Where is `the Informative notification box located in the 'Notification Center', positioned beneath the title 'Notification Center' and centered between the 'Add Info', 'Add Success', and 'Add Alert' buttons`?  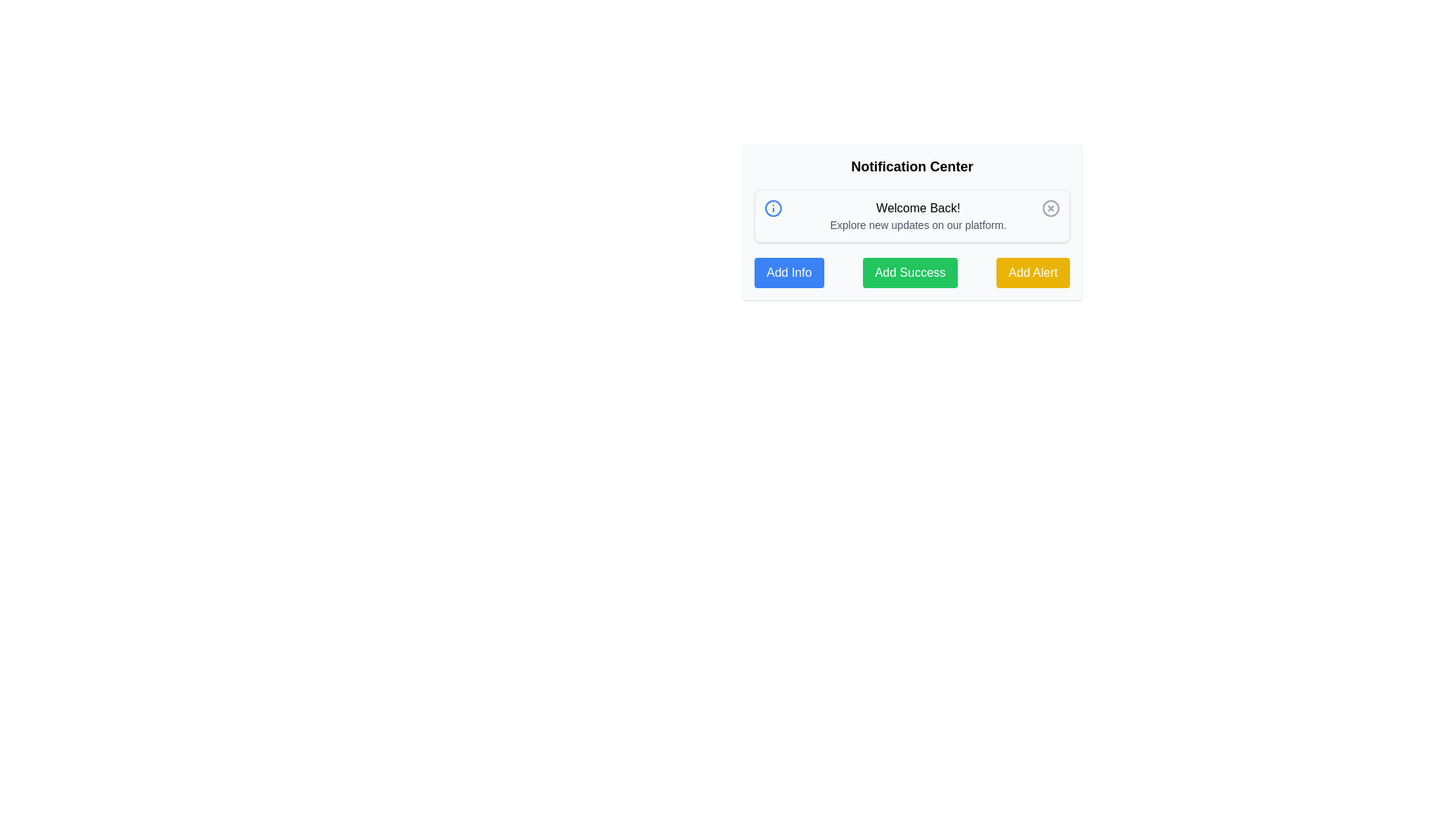
the Informative notification box located in the 'Notification Center', positioned beneath the title 'Notification Center' and centered between the 'Add Info', 'Add Success', and 'Add Alert' buttons is located at coordinates (912, 216).